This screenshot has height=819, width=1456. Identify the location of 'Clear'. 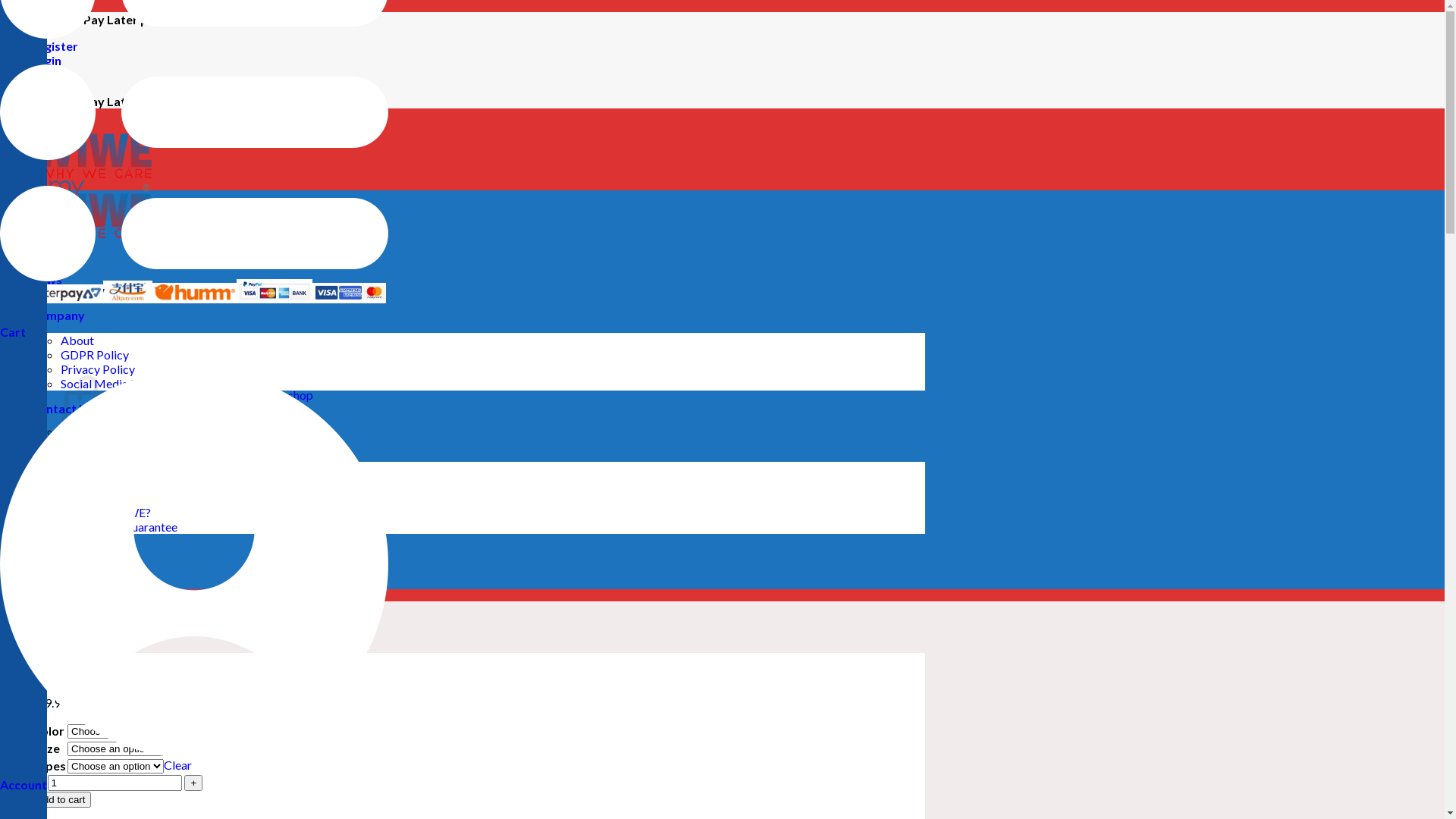
(177, 764).